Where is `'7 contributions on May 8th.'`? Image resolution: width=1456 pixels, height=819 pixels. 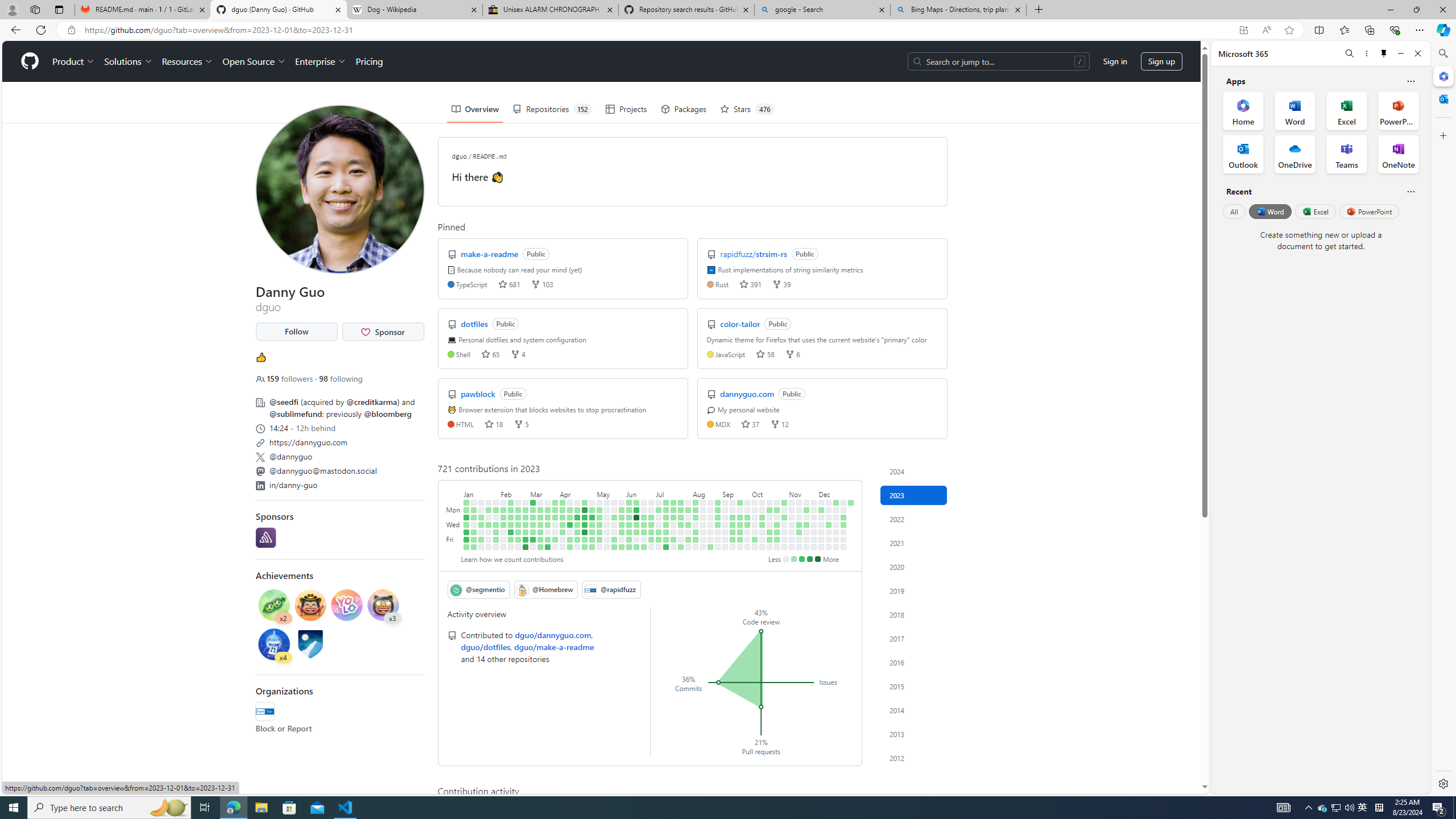 '7 contributions on May 8th.' is located at coordinates (599, 510).